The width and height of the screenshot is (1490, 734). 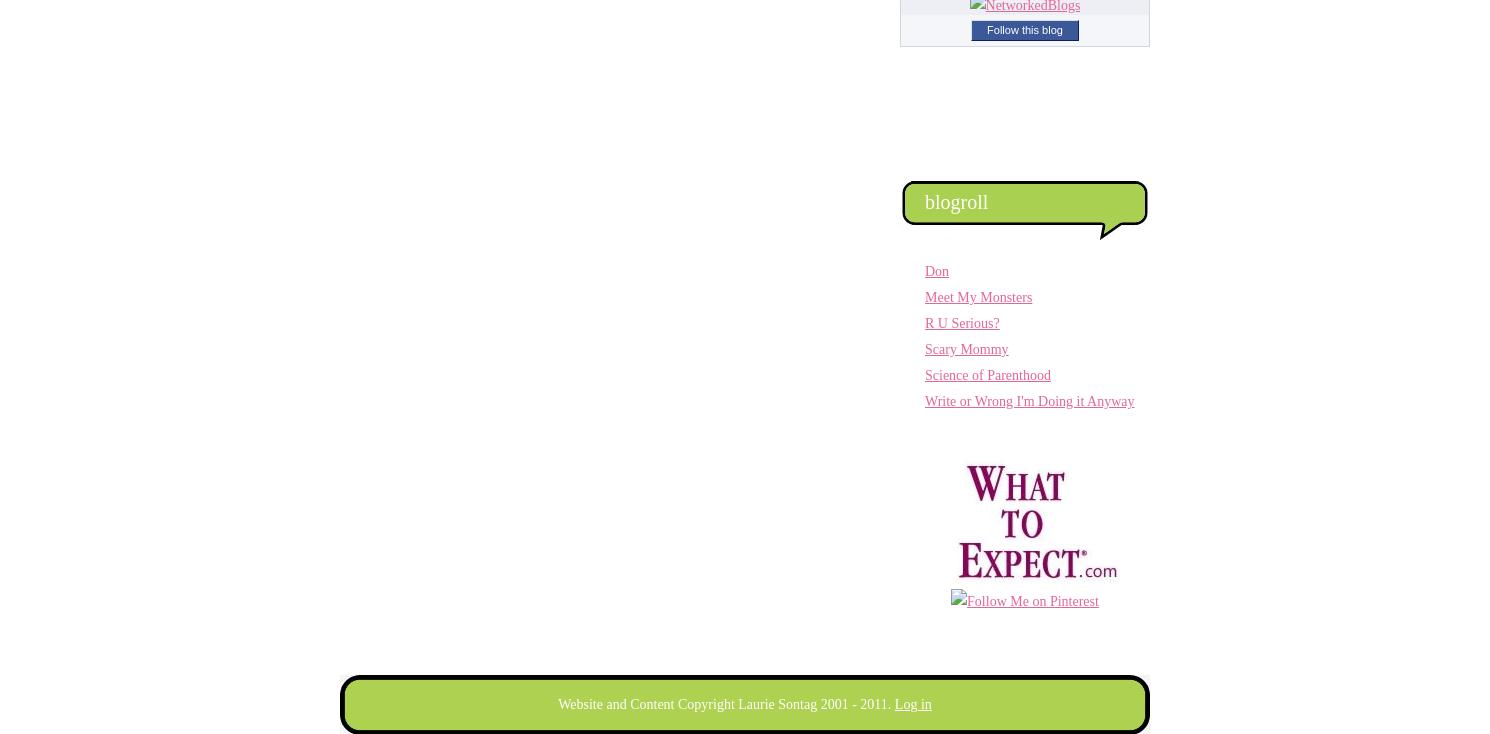 What do you see at coordinates (912, 704) in the screenshot?
I see `'Log in'` at bounding box center [912, 704].